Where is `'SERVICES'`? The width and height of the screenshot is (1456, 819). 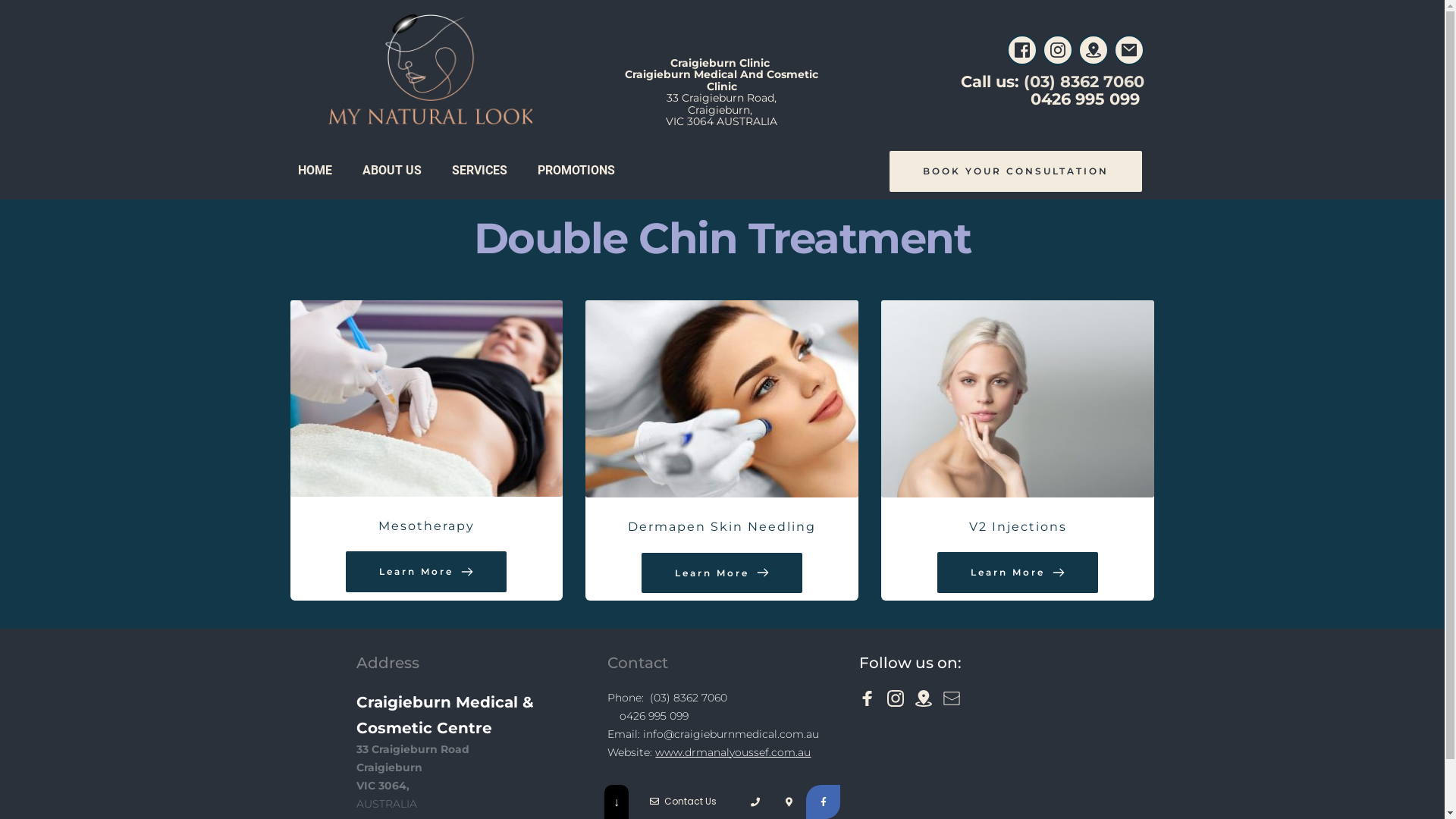 'SERVICES' is located at coordinates (479, 170).